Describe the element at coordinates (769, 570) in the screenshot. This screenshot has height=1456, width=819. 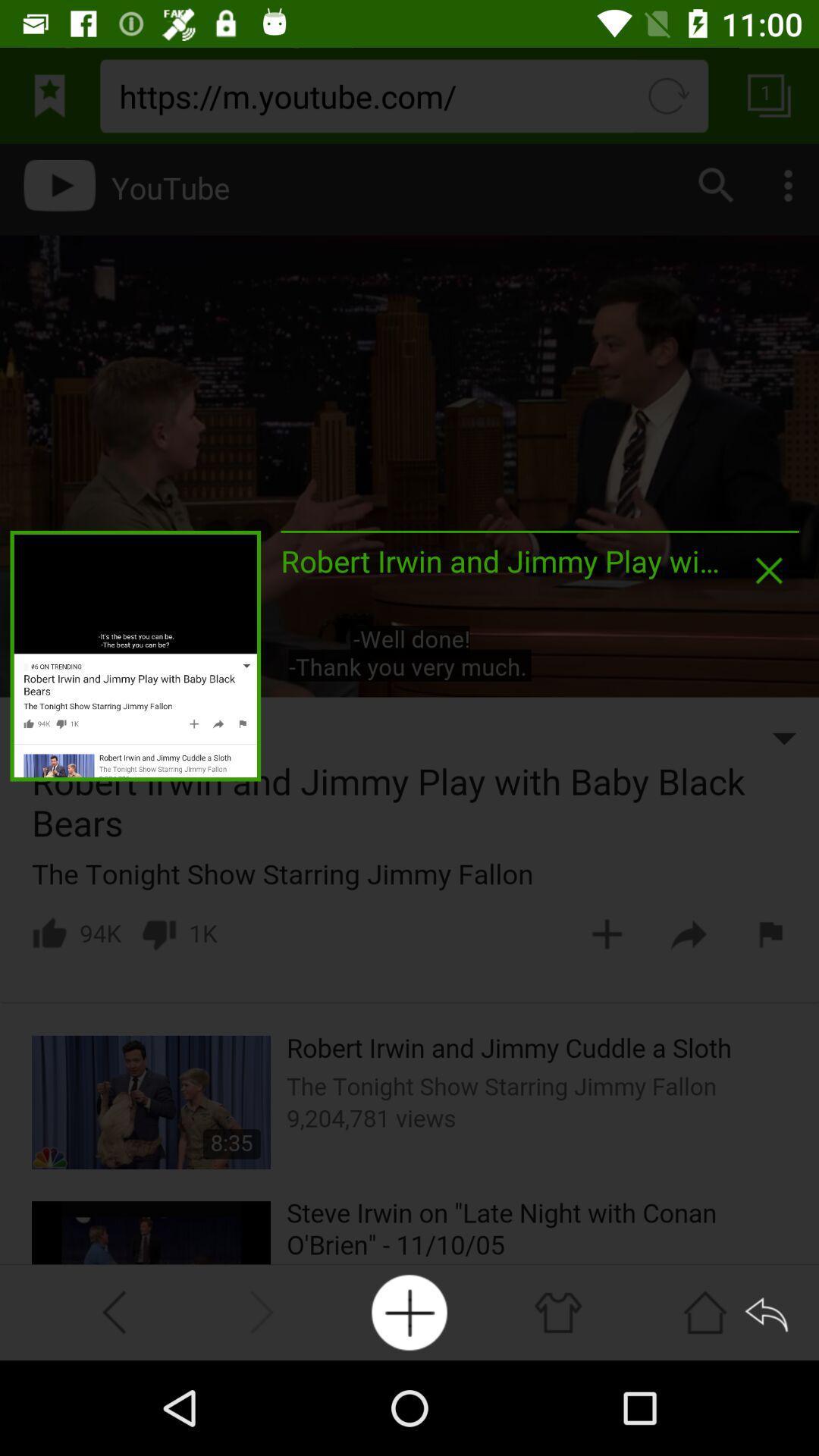
I see `to close the pop up` at that location.